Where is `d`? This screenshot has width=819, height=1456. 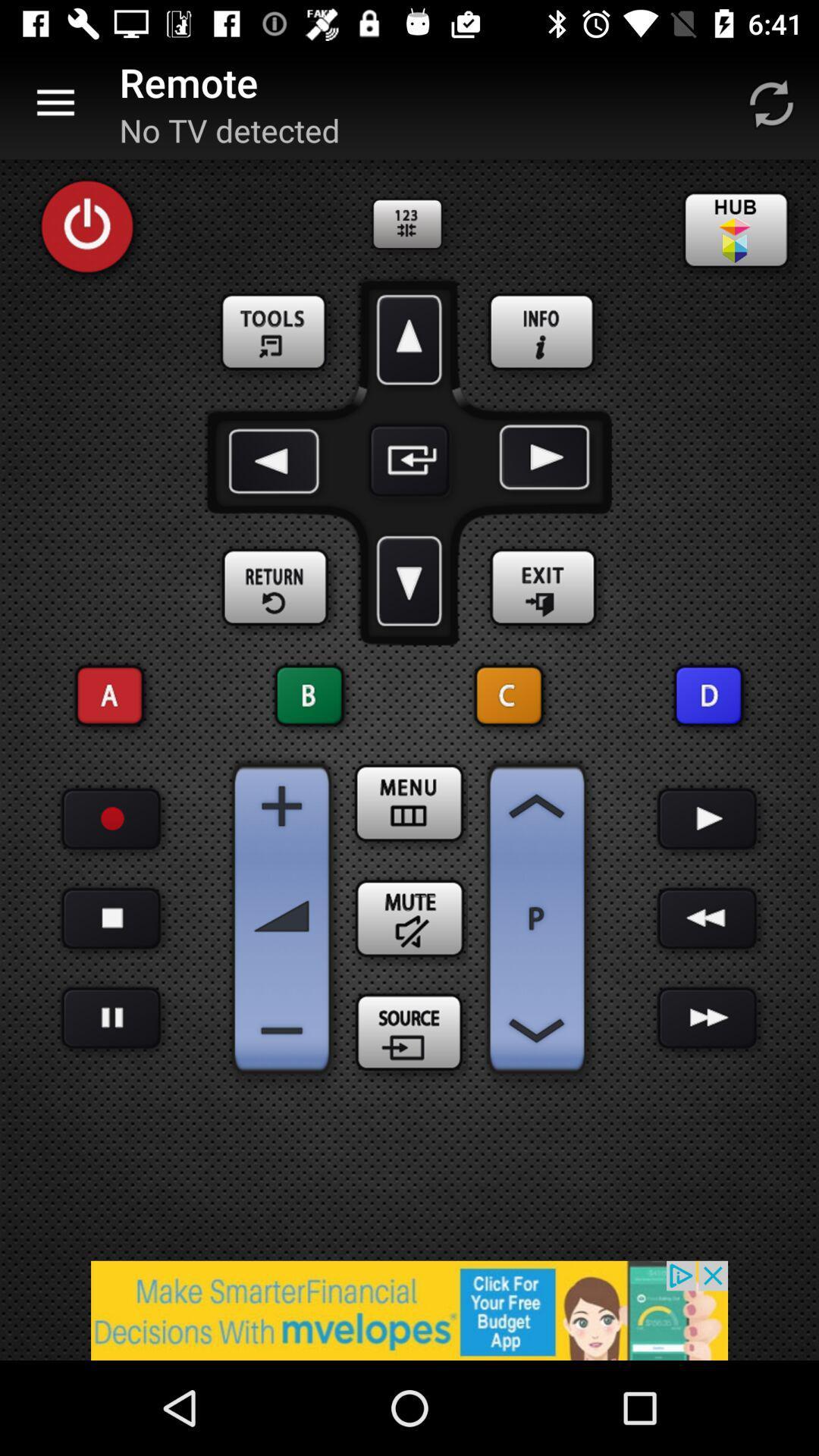 d is located at coordinates (708, 695).